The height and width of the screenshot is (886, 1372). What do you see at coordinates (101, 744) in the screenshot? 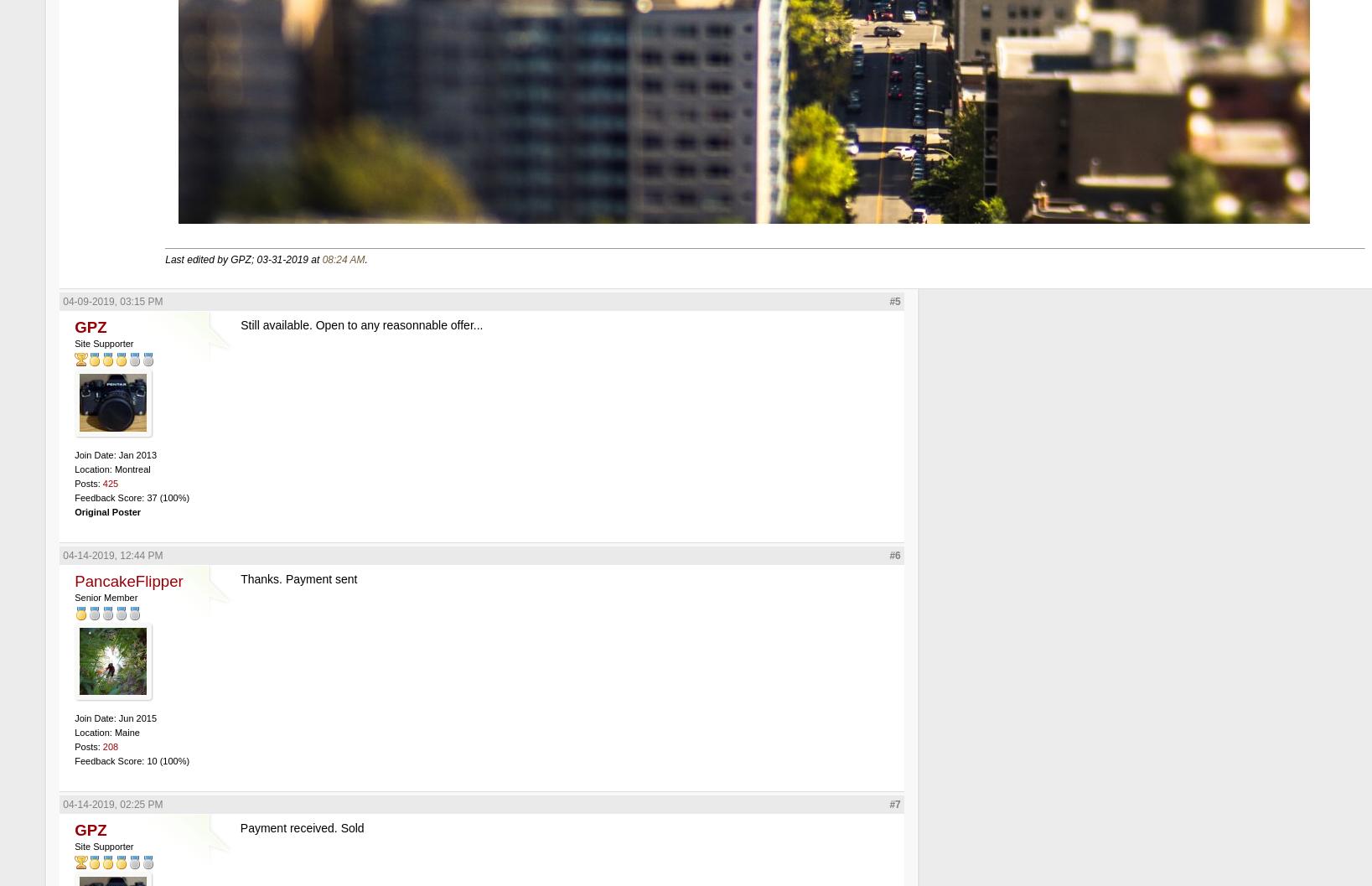
I see `'208'` at bounding box center [101, 744].